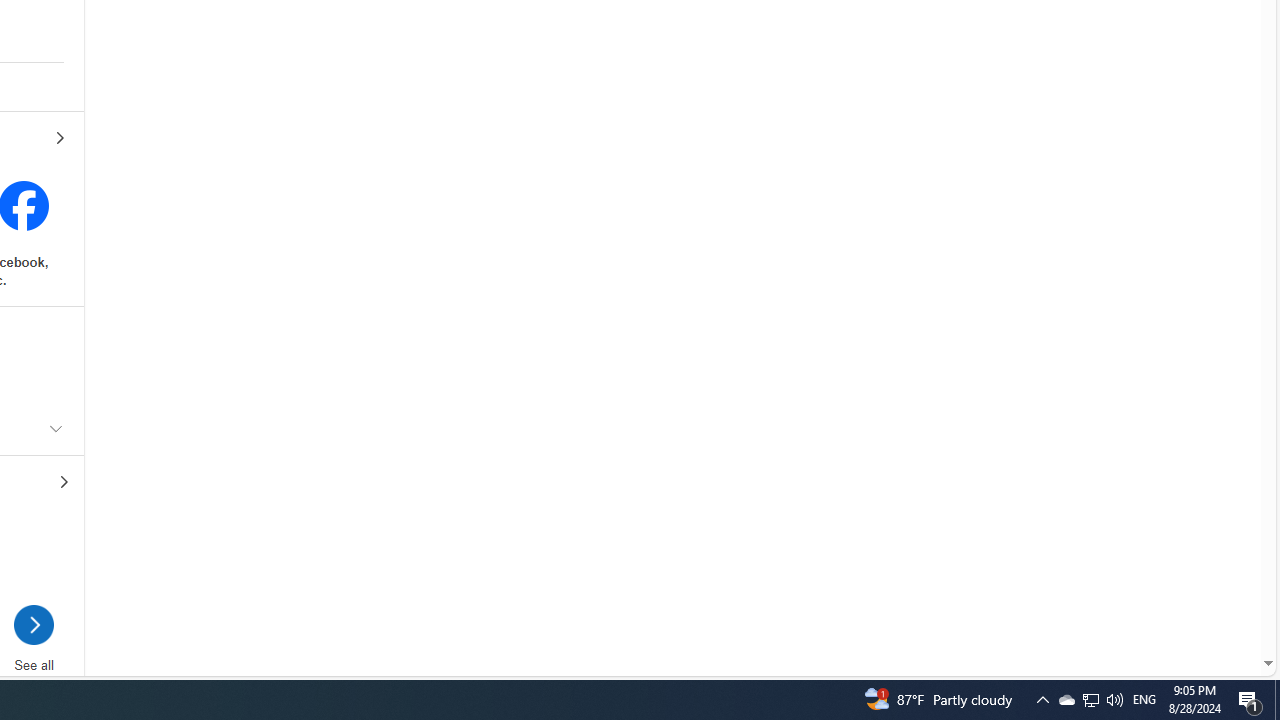 The image size is (1280, 720). Describe the element at coordinates (33, 647) in the screenshot. I see `'See all See all'` at that location.